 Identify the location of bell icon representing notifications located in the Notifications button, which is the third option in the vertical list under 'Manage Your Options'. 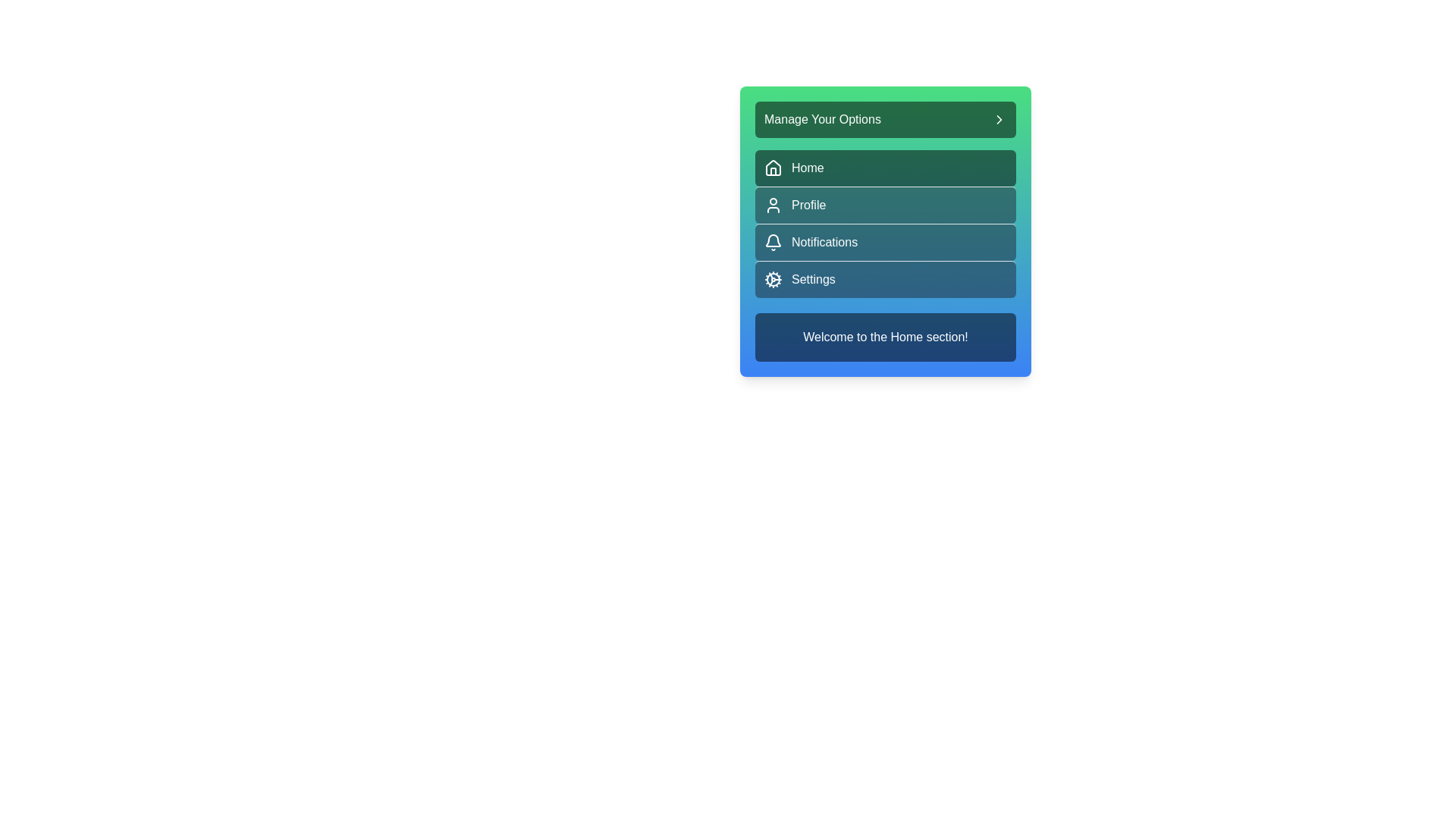
(773, 240).